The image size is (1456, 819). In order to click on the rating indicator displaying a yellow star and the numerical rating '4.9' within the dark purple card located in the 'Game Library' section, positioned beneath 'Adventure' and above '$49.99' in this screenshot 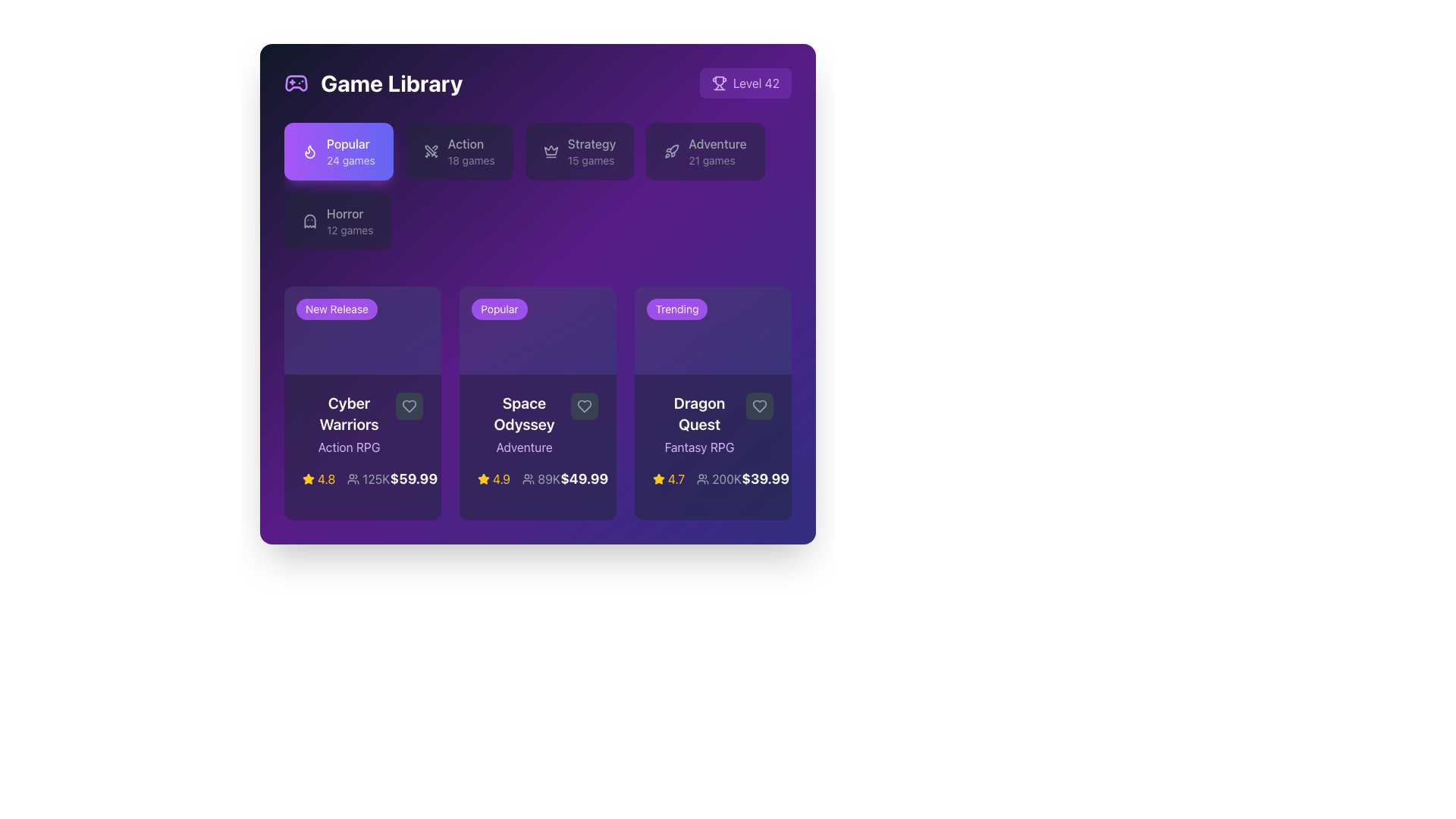, I will do `click(494, 479)`.